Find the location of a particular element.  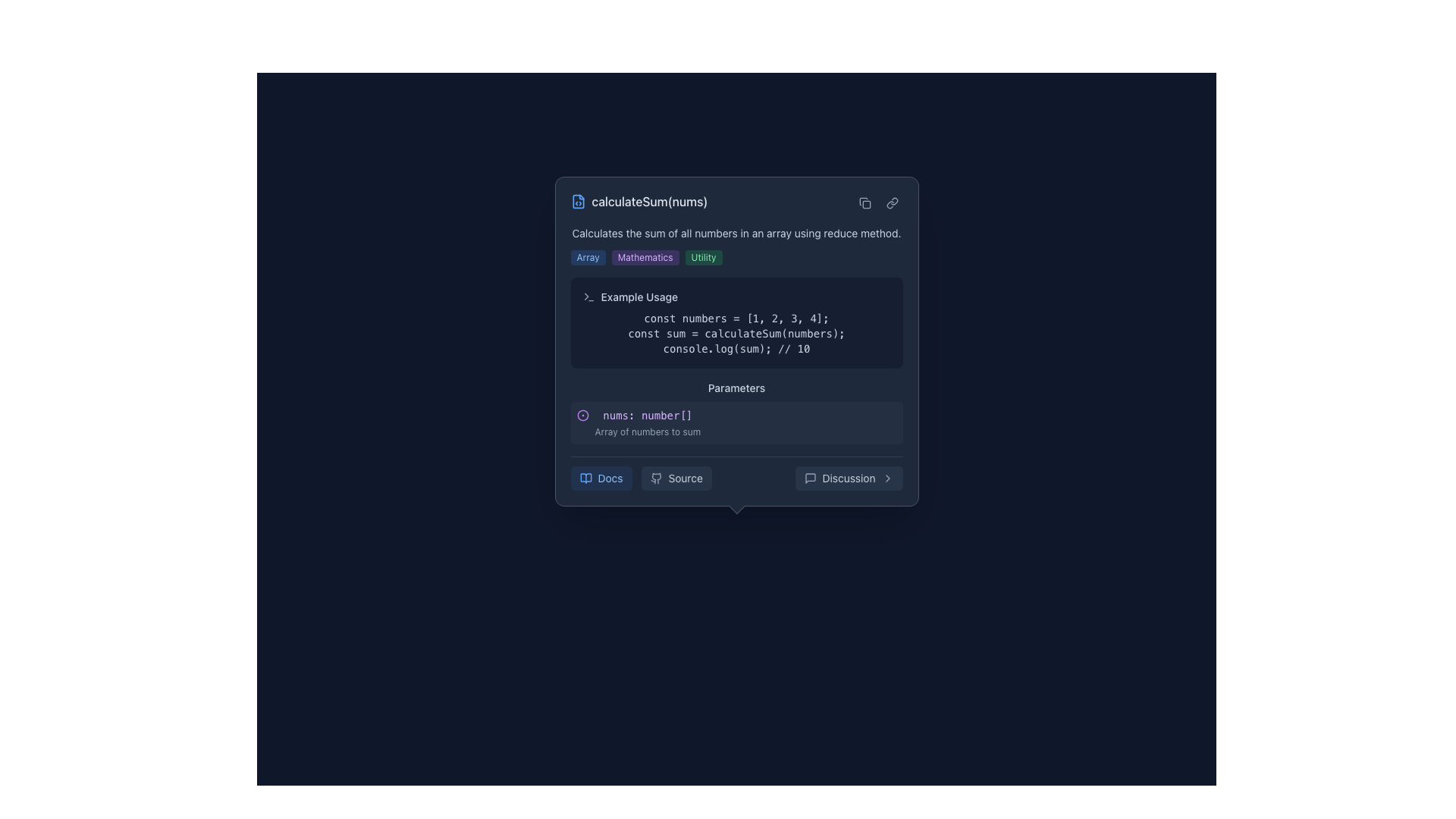

the content of the Text Label or Static Text that defines a parameter within the function declaration, positioned after 'function', 'calculateSum', and '(' tokens is located at coordinates (765, 482).